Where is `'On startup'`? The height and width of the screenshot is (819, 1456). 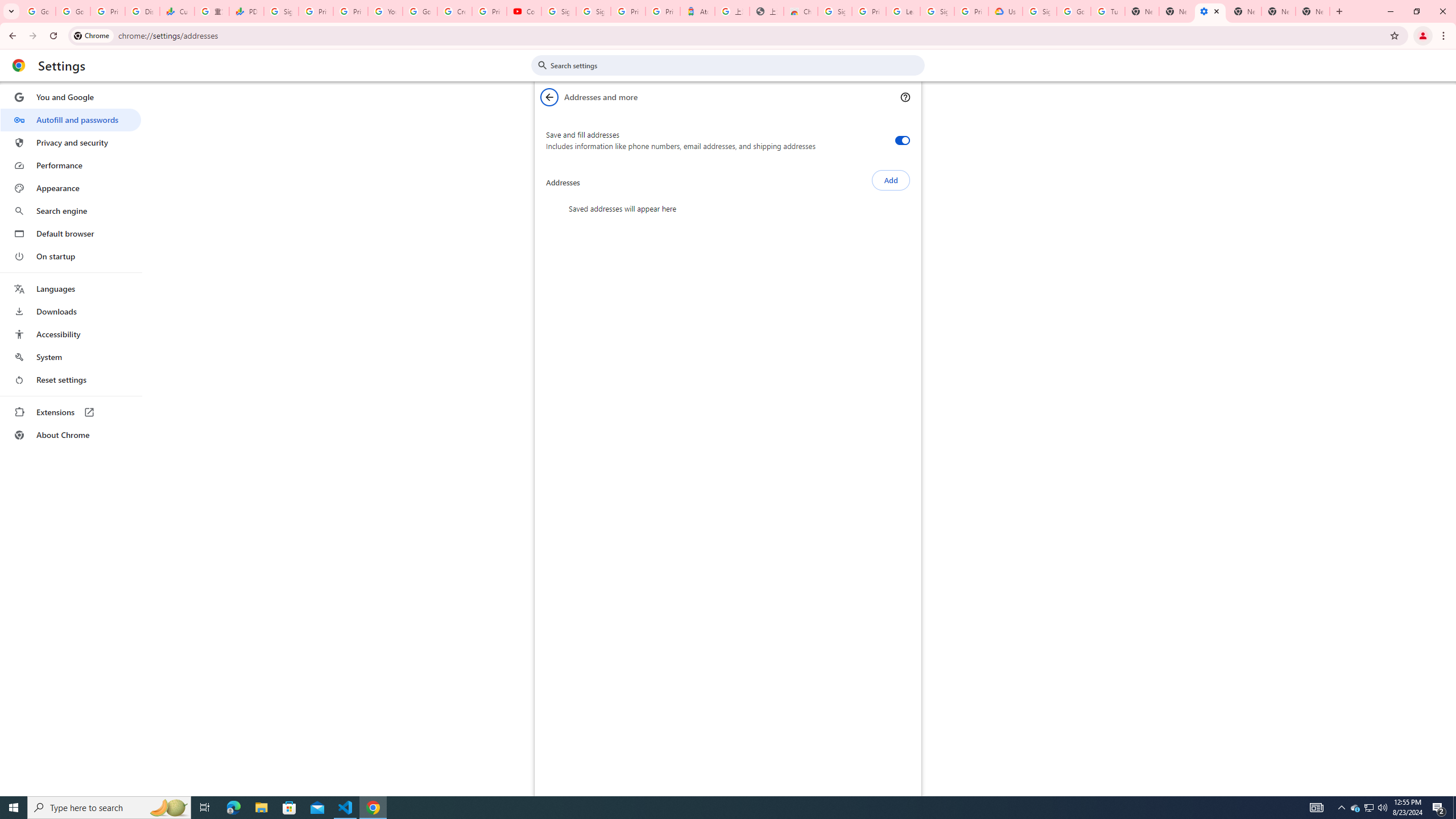
'On startup' is located at coordinates (70, 255).